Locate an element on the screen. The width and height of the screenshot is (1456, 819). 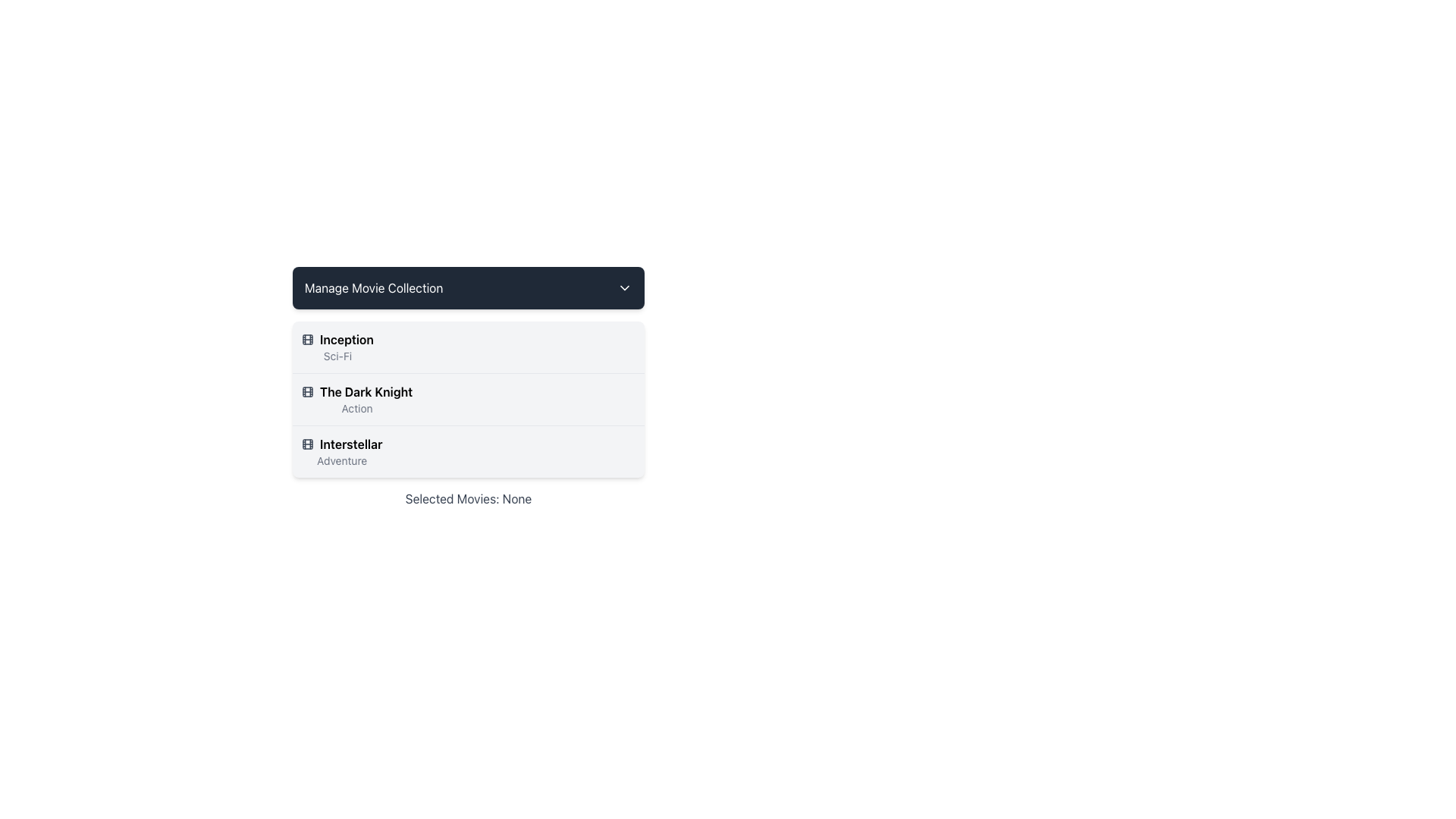
text from the movie entry label displaying 'Interstellar' and its genre 'Adventure', which is the third element in a vertical list is located at coordinates (341, 451).